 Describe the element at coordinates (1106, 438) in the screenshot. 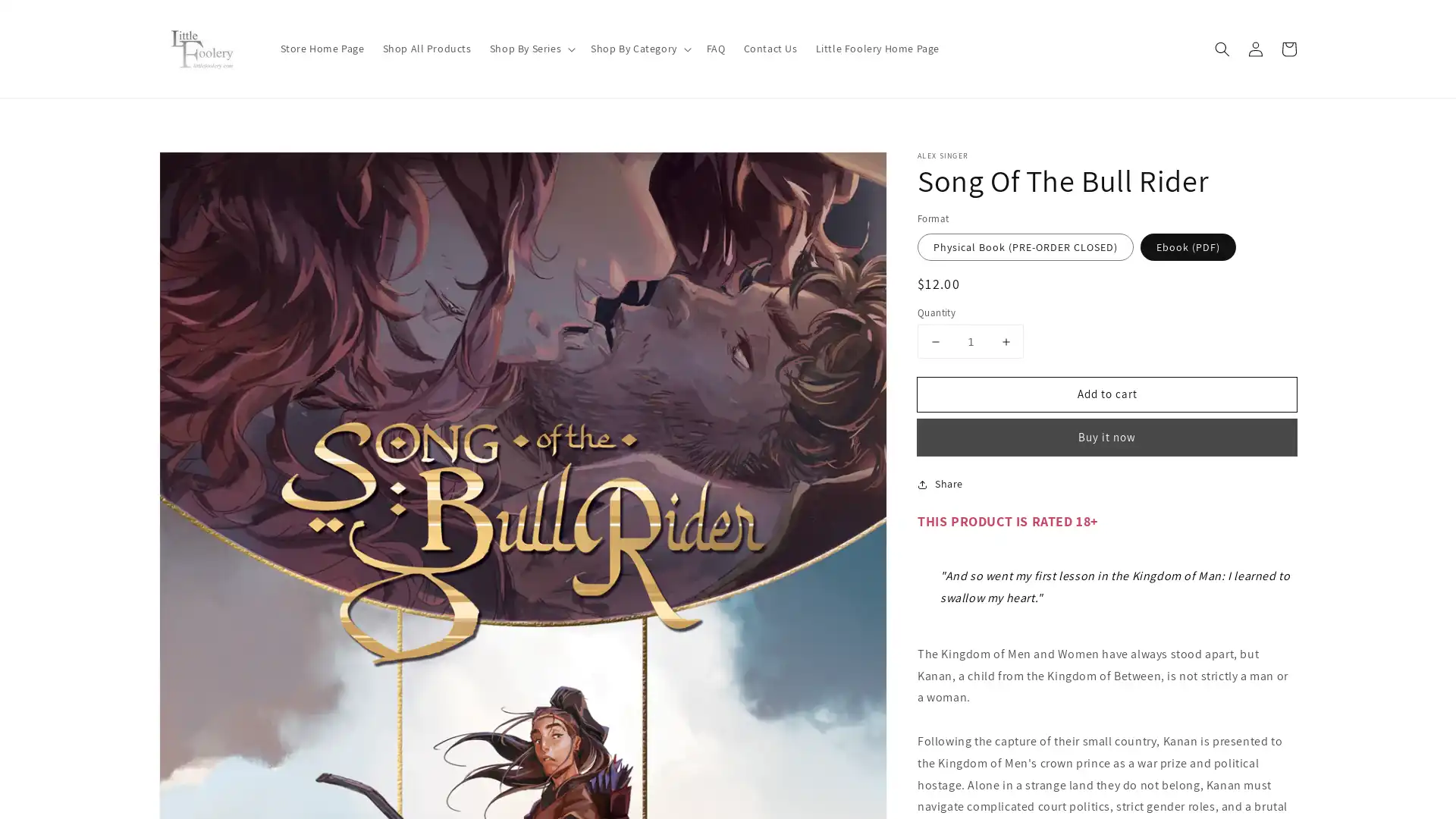

I see `Buy it now` at that location.